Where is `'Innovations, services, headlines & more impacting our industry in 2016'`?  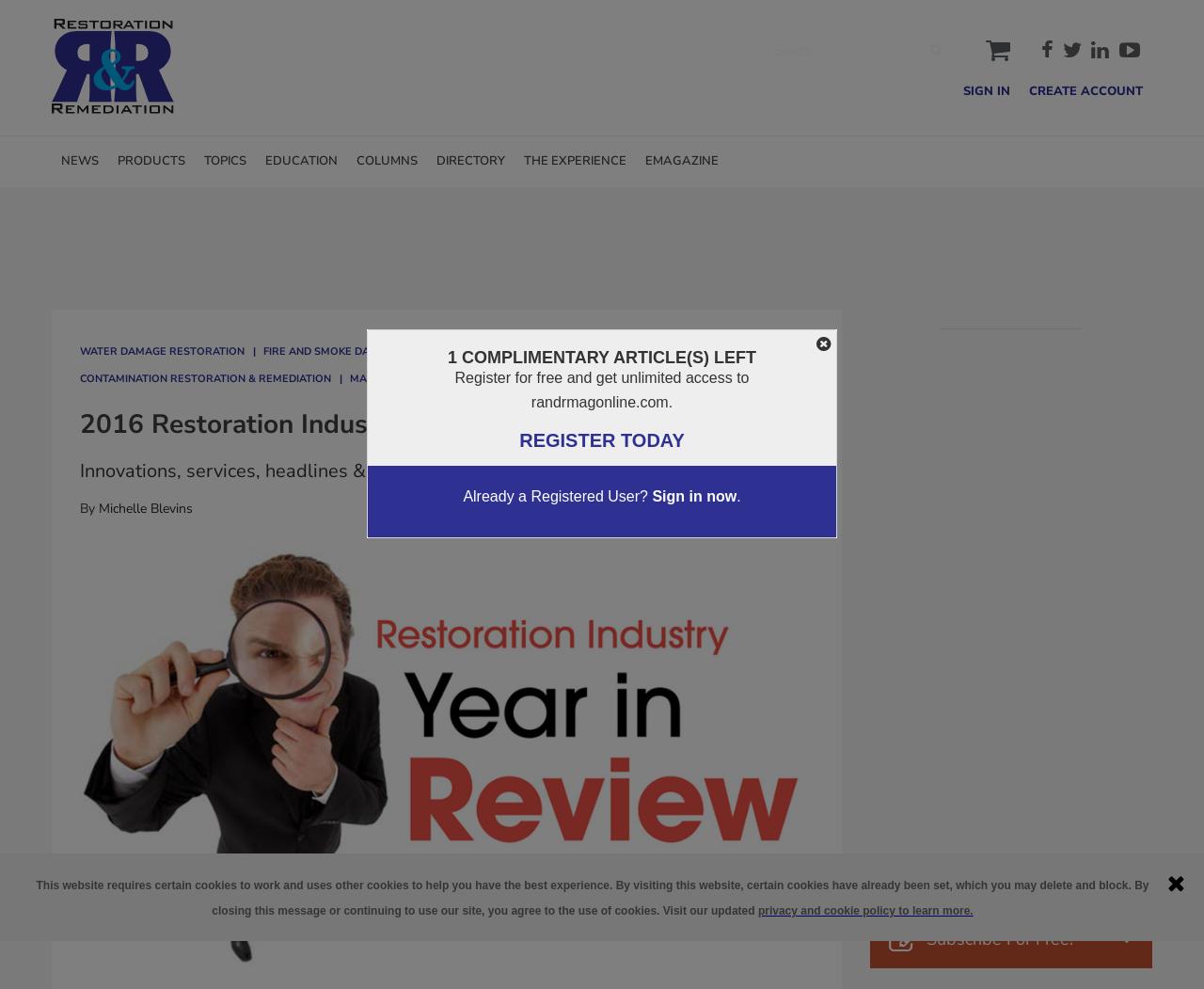
'Innovations, services, headlines & more impacting our industry in 2016' is located at coordinates (377, 471).